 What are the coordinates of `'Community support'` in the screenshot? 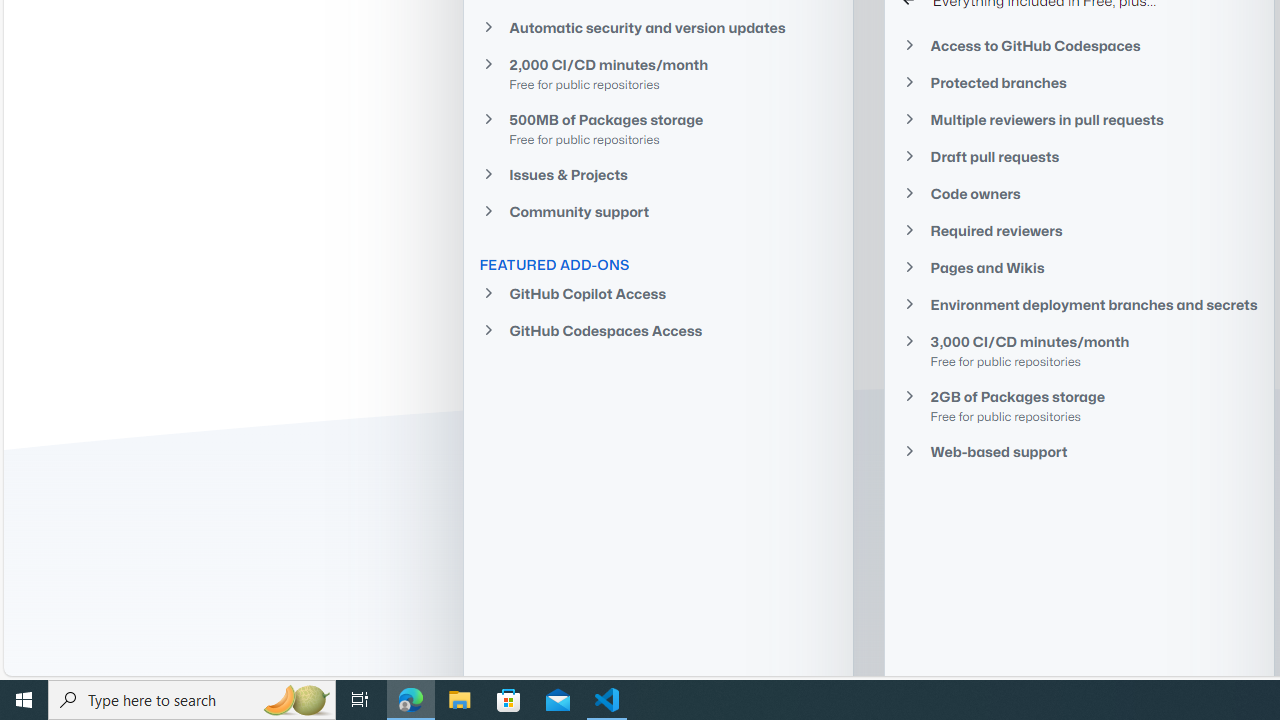 It's located at (657, 211).